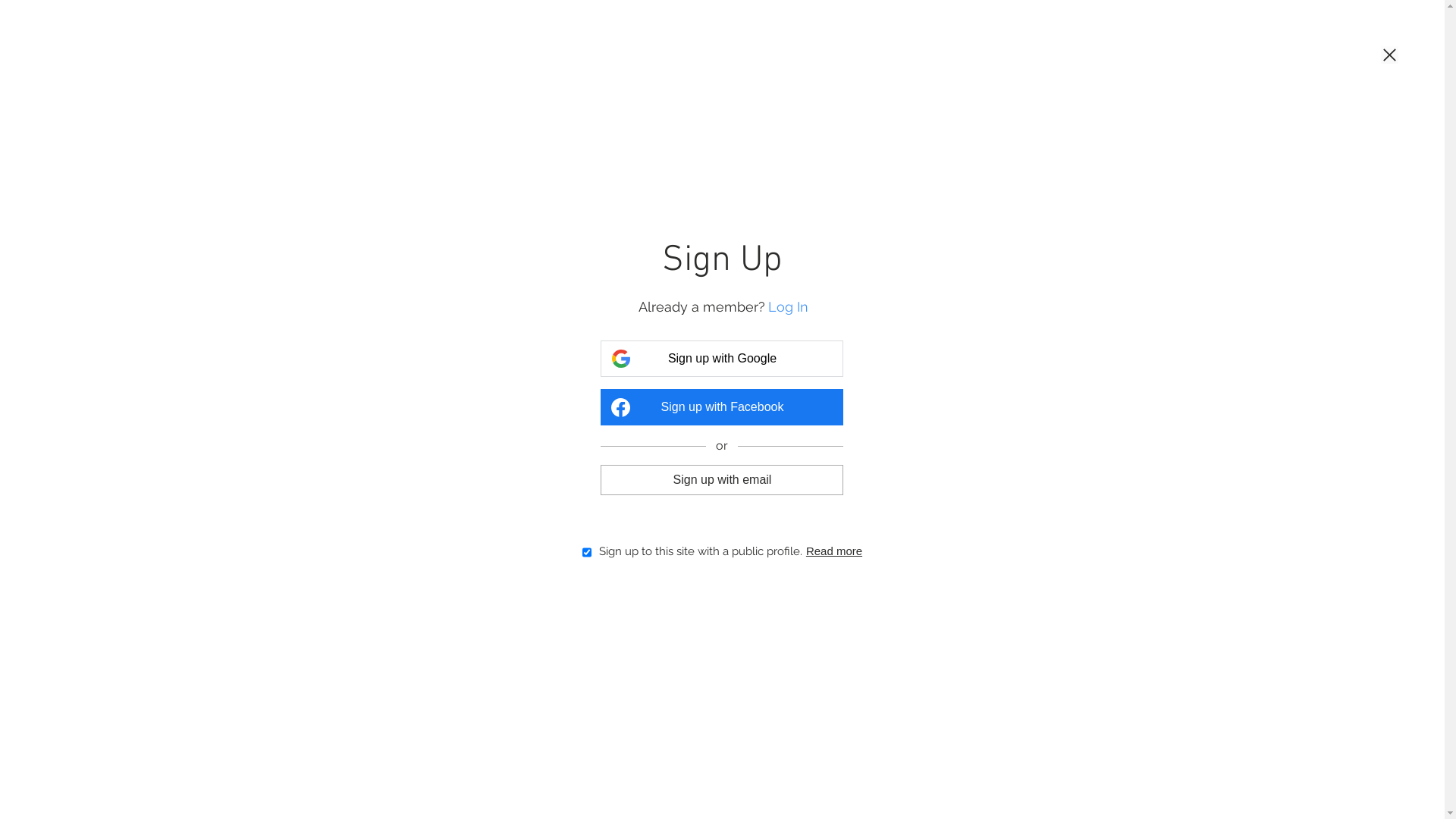  What do you see at coordinates (833, 551) in the screenshot?
I see `'Read more'` at bounding box center [833, 551].